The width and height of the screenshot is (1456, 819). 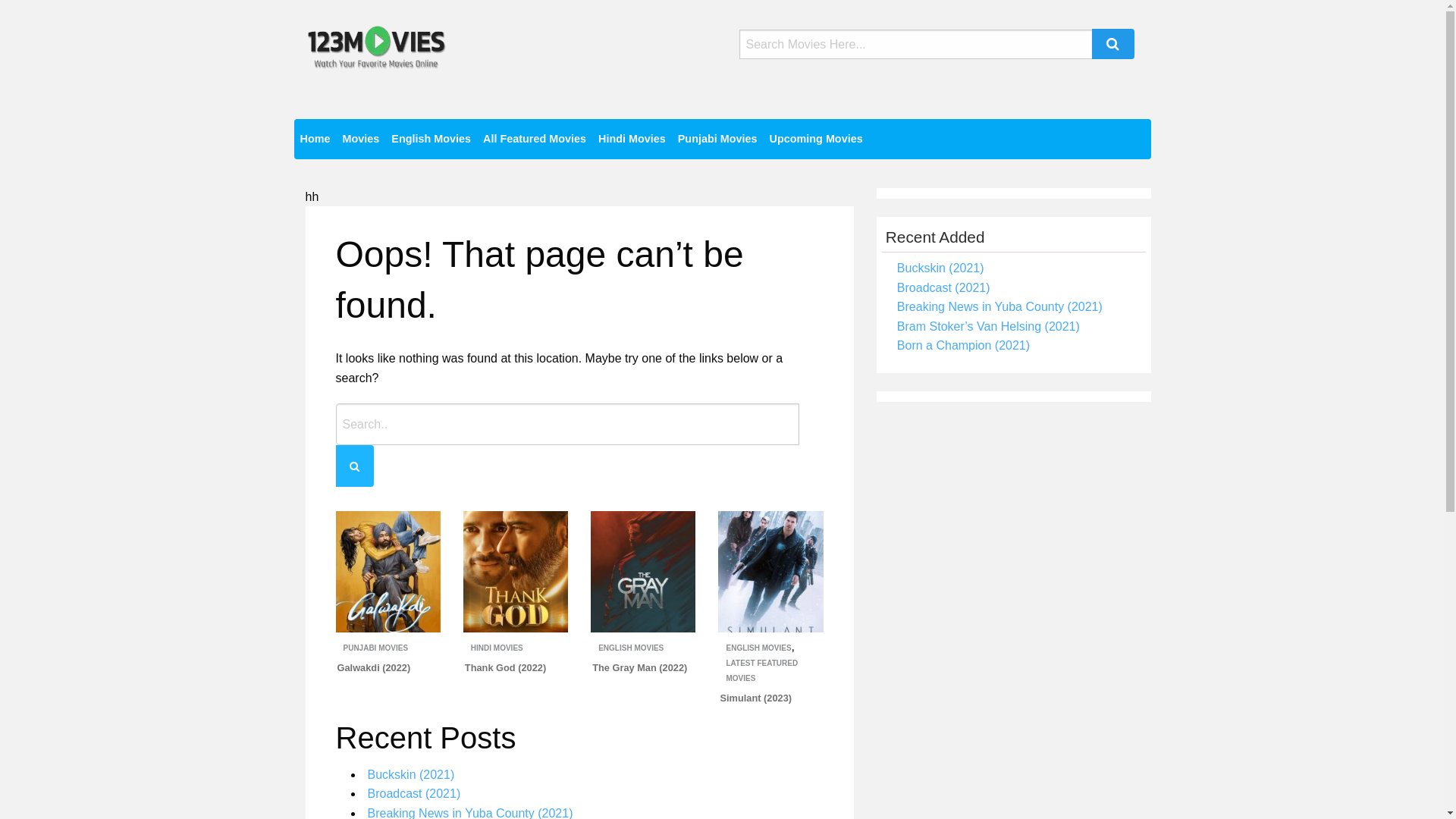 I want to click on 'Thank God (2022)', so click(x=505, y=667).